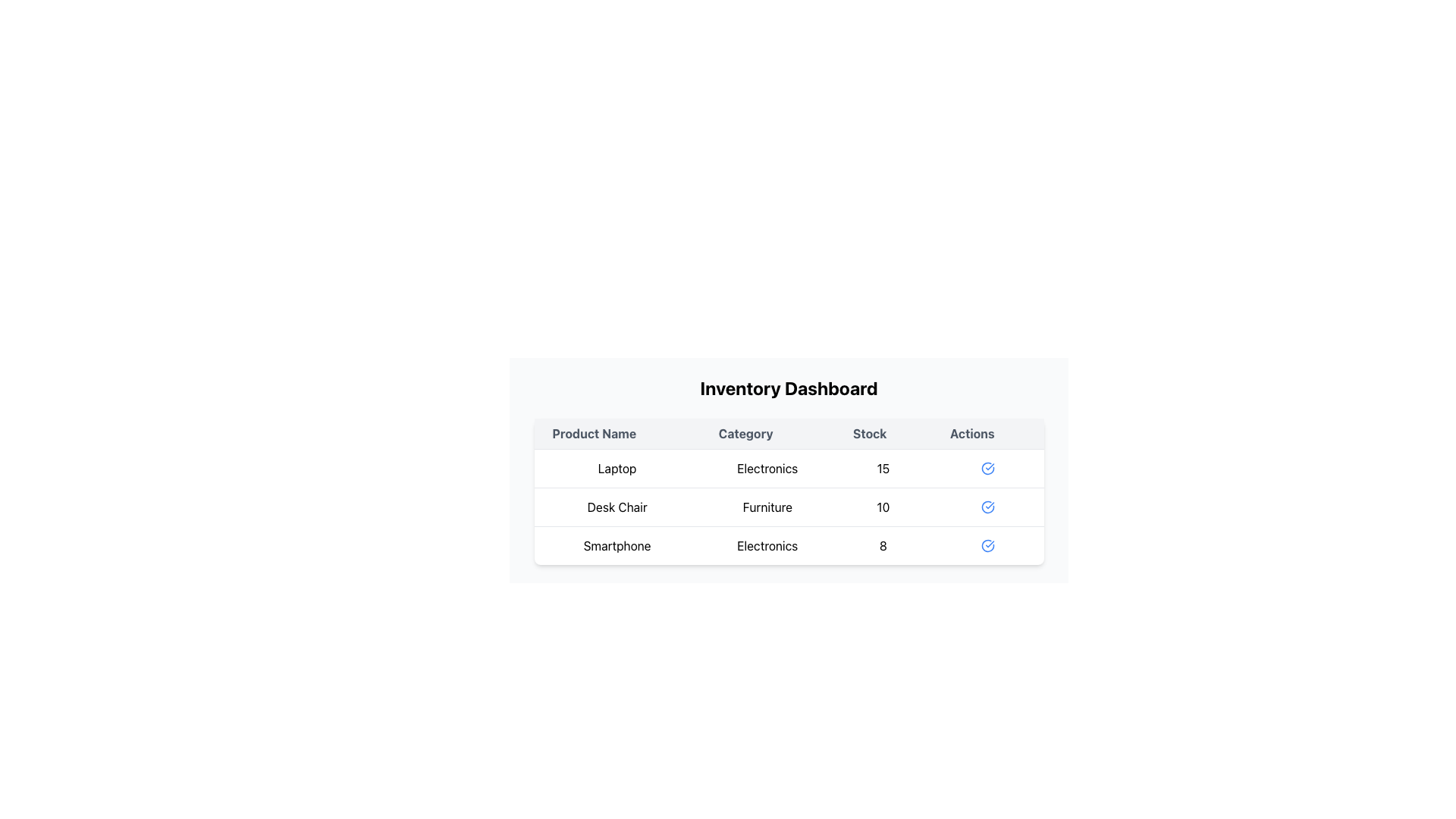  What do you see at coordinates (767, 507) in the screenshot?
I see `the text label displaying 'Furniture' in the 'Category' column of the row for the product 'Desk Chair'` at bounding box center [767, 507].